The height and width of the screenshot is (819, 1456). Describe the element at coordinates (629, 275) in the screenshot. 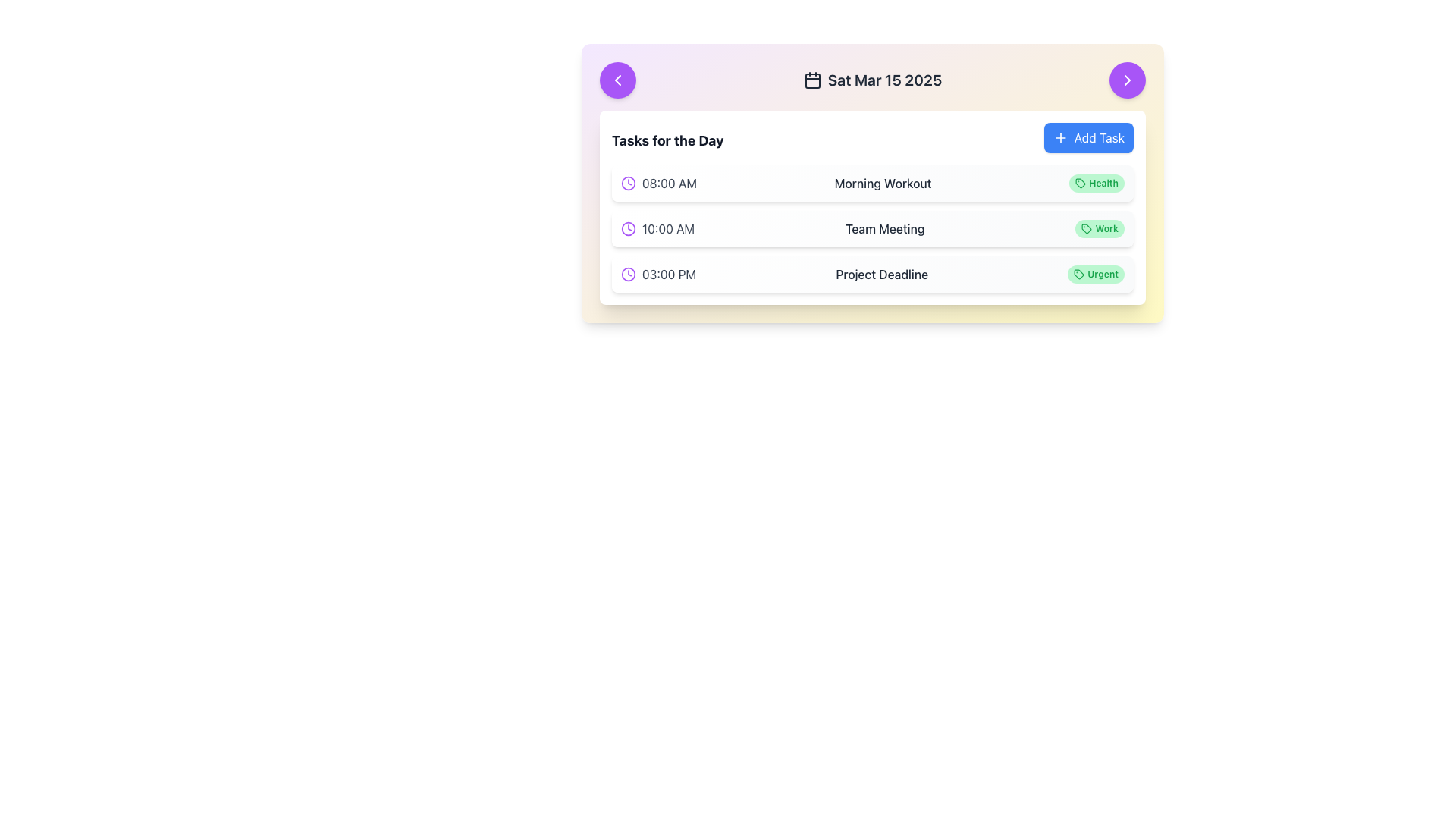

I see `the purple clock icon located to the left of the '03:00 PM' text in the 'Tasks for the Day' section` at that location.